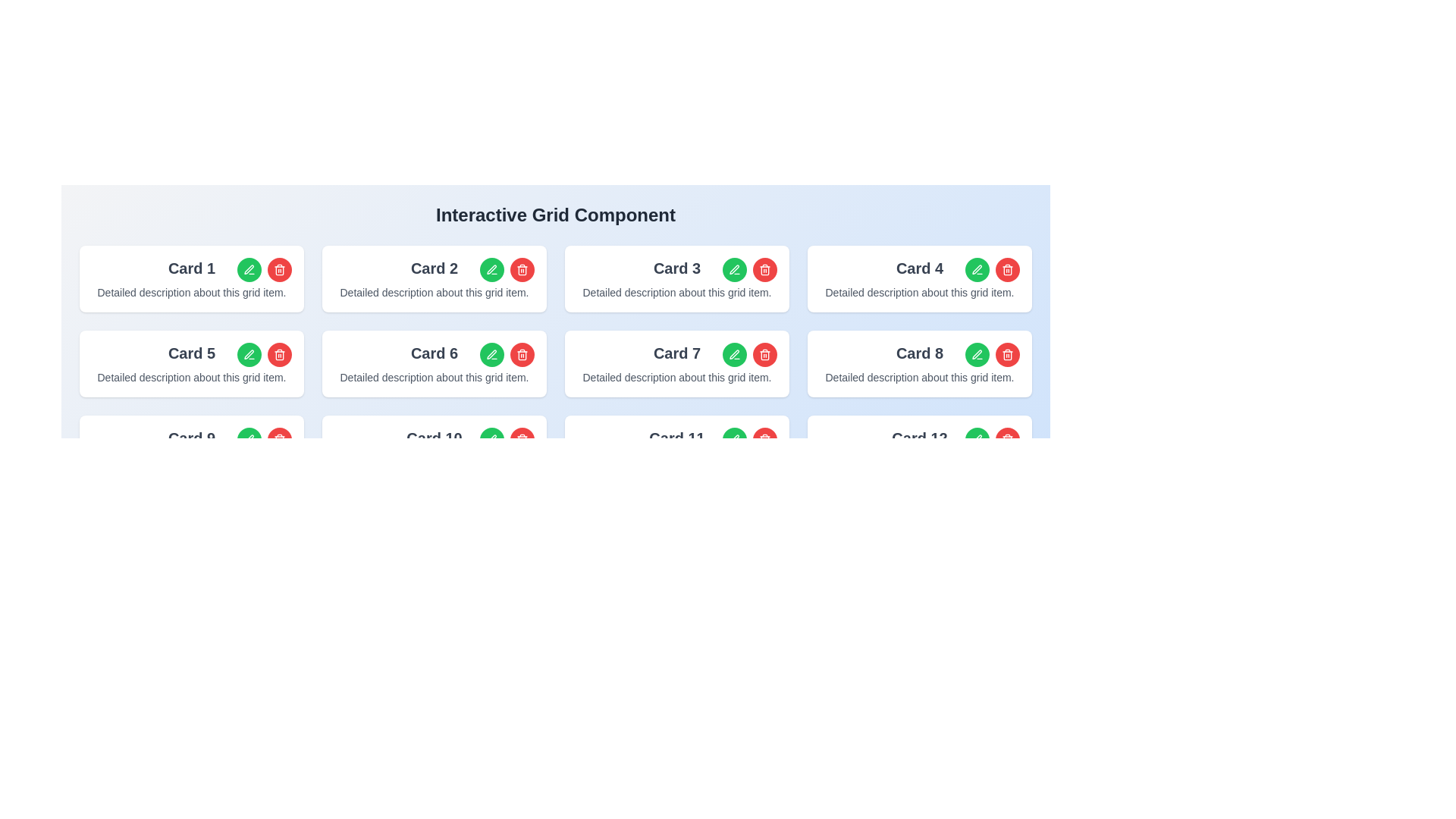 The width and height of the screenshot is (1456, 819). Describe the element at coordinates (522, 354) in the screenshot. I see `the trash icon button located` at that location.